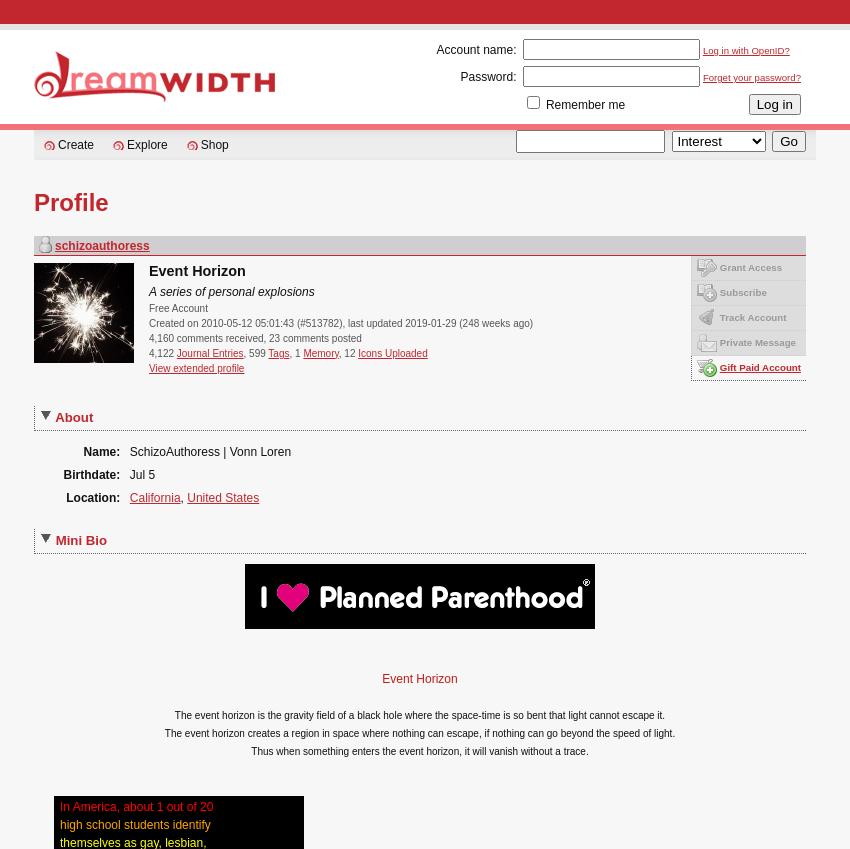  What do you see at coordinates (487, 77) in the screenshot?
I see `'Password:'` at bounding box center [487, 77].